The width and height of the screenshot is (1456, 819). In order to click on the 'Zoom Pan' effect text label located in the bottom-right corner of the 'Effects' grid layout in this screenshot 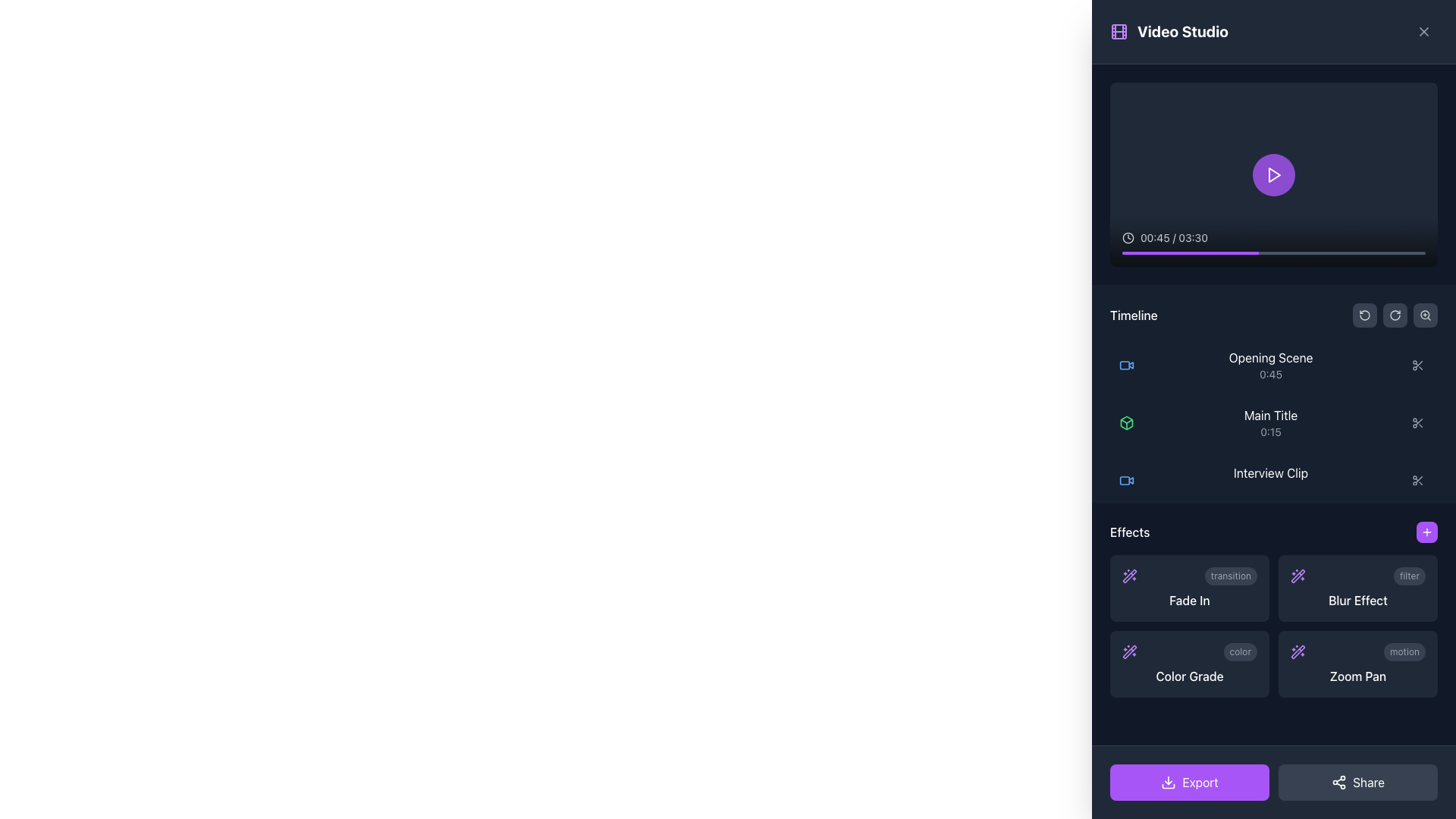, I will do `click(1357, 675)`.